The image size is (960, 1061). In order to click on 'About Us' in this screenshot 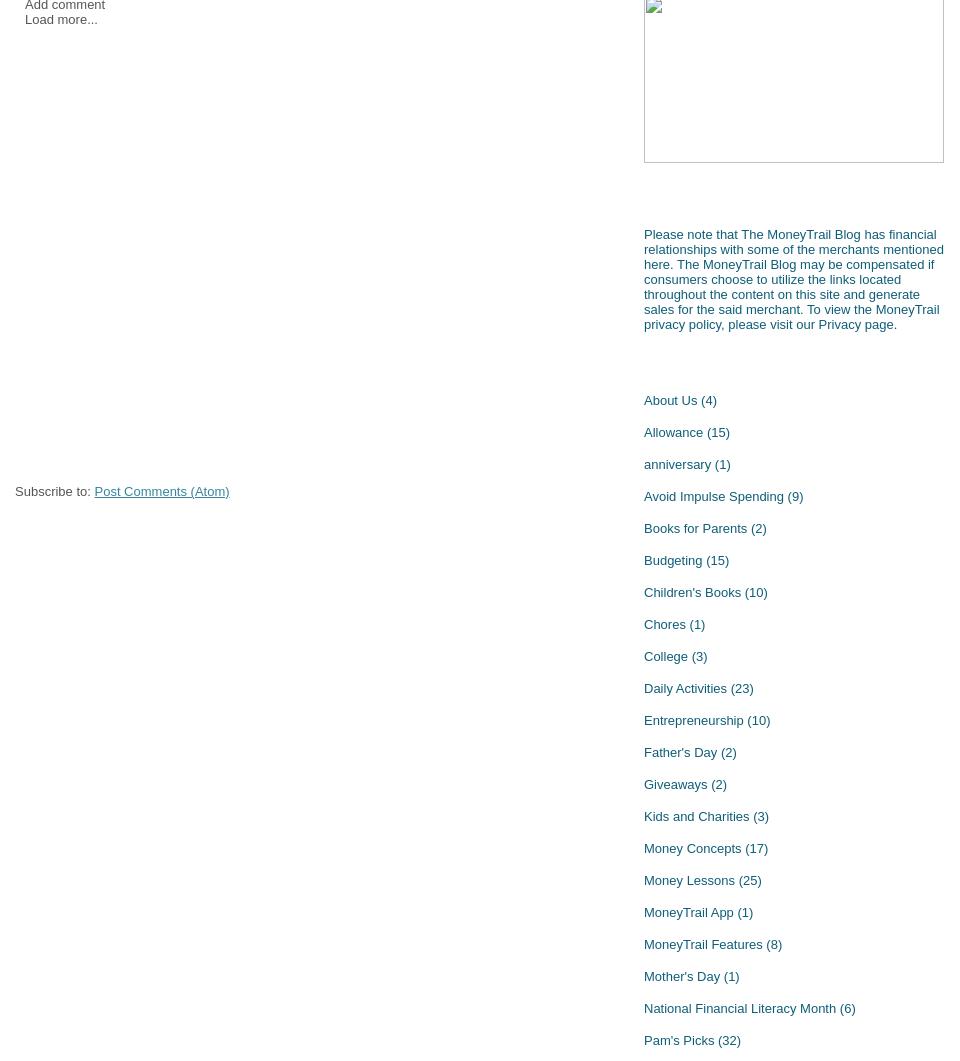, I will do `click(670, 399)`.